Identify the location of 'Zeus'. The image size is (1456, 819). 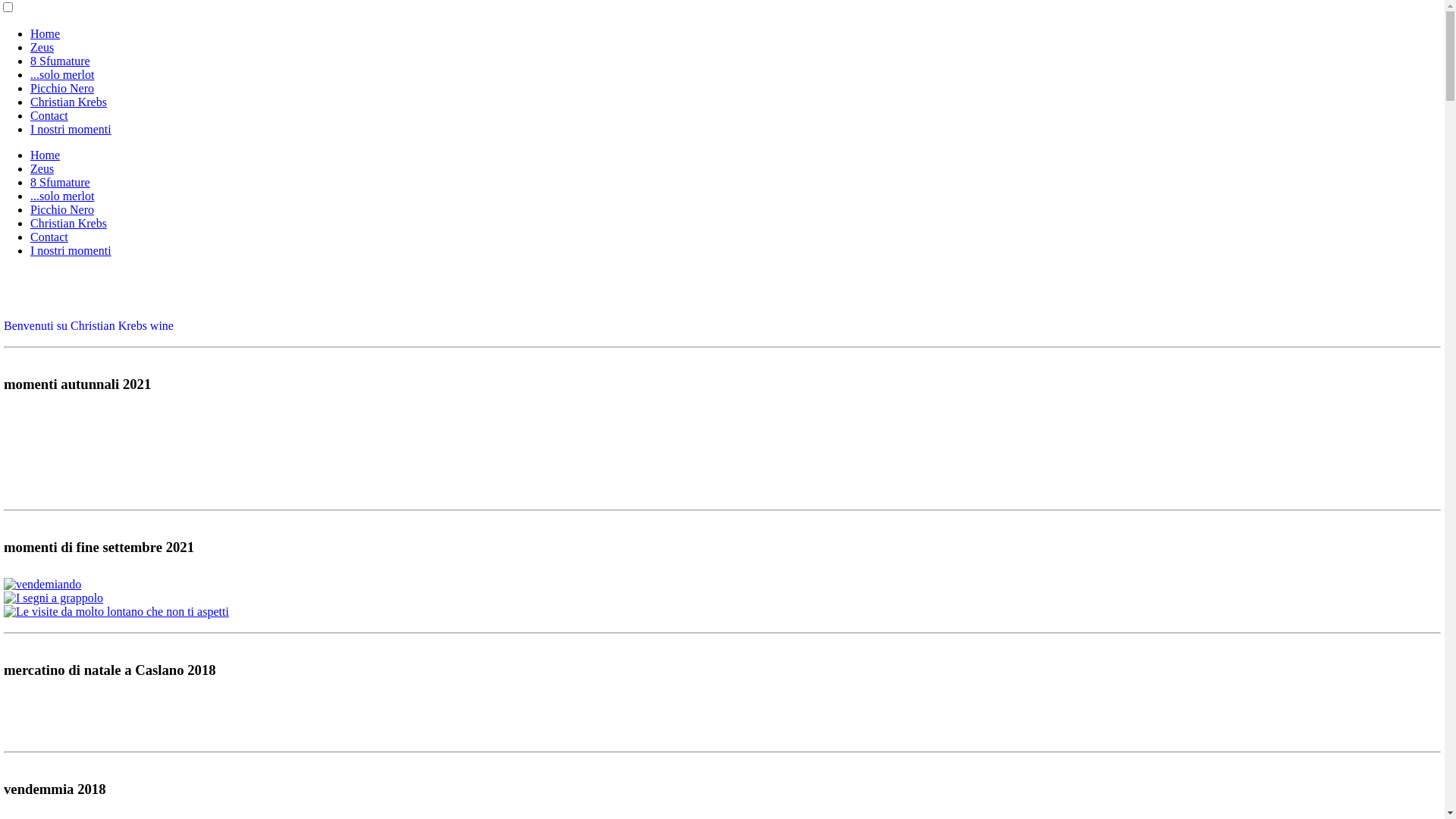
(42, 46).